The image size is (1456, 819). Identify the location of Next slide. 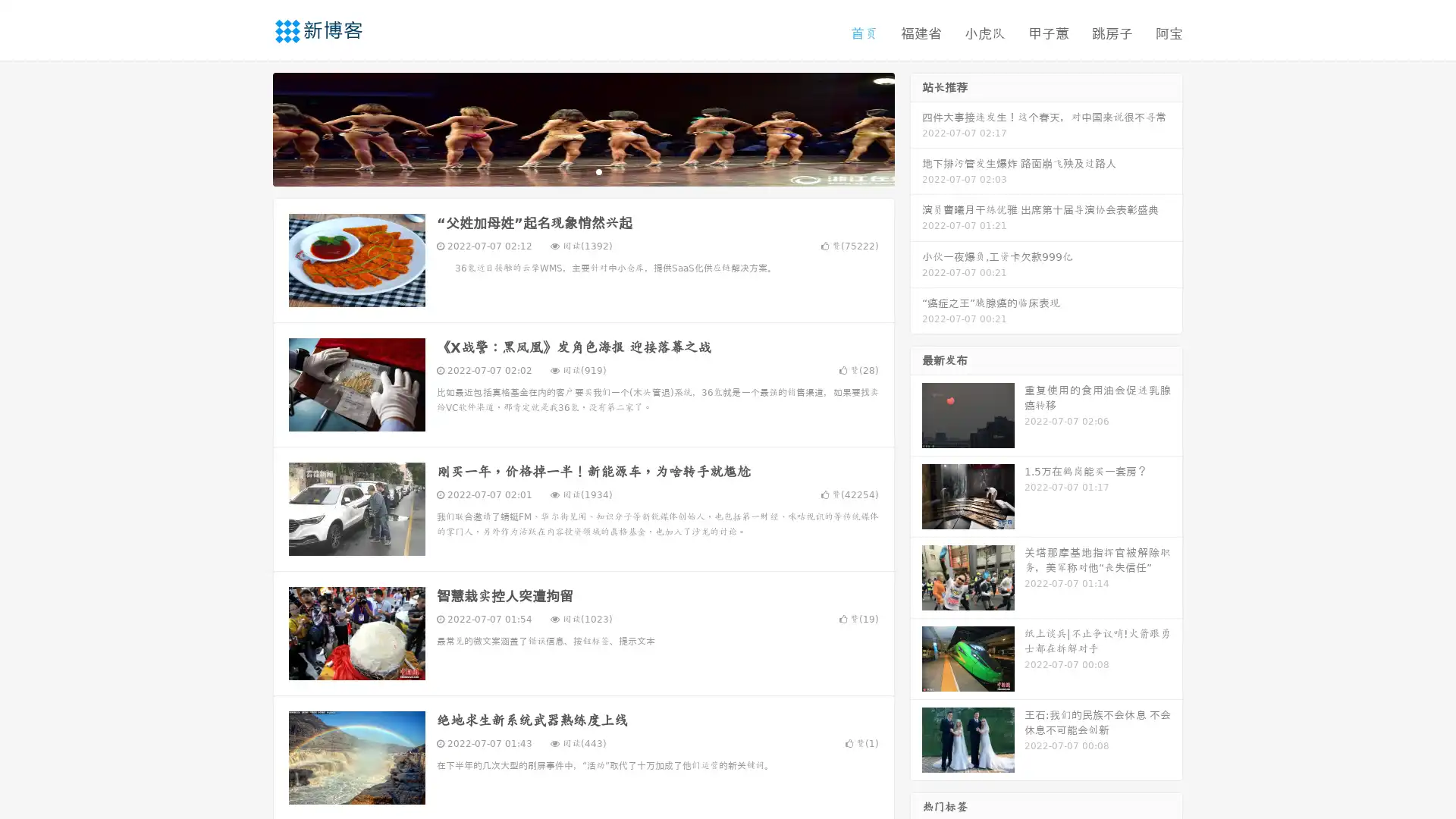
(916, 127).